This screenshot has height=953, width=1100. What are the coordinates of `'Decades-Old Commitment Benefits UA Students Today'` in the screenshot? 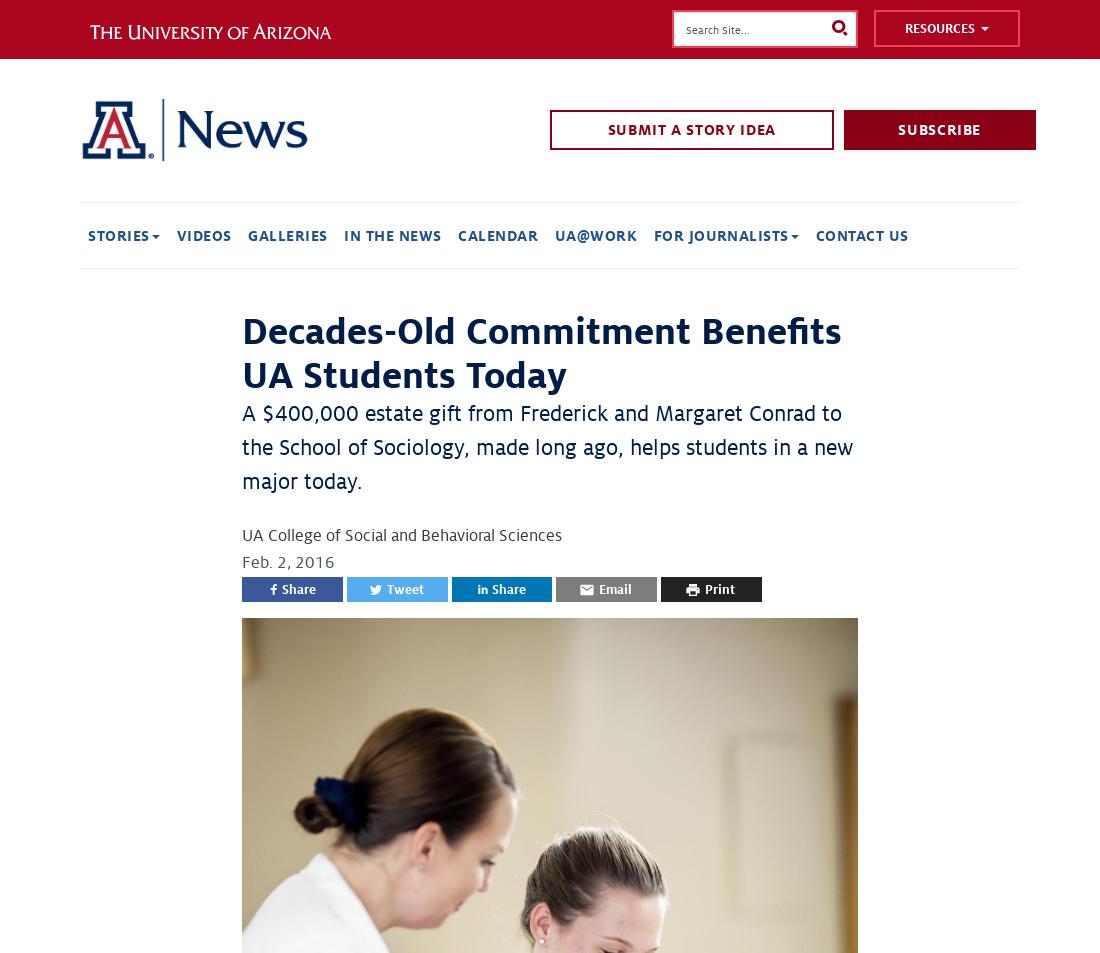 It's located at (541, 353).